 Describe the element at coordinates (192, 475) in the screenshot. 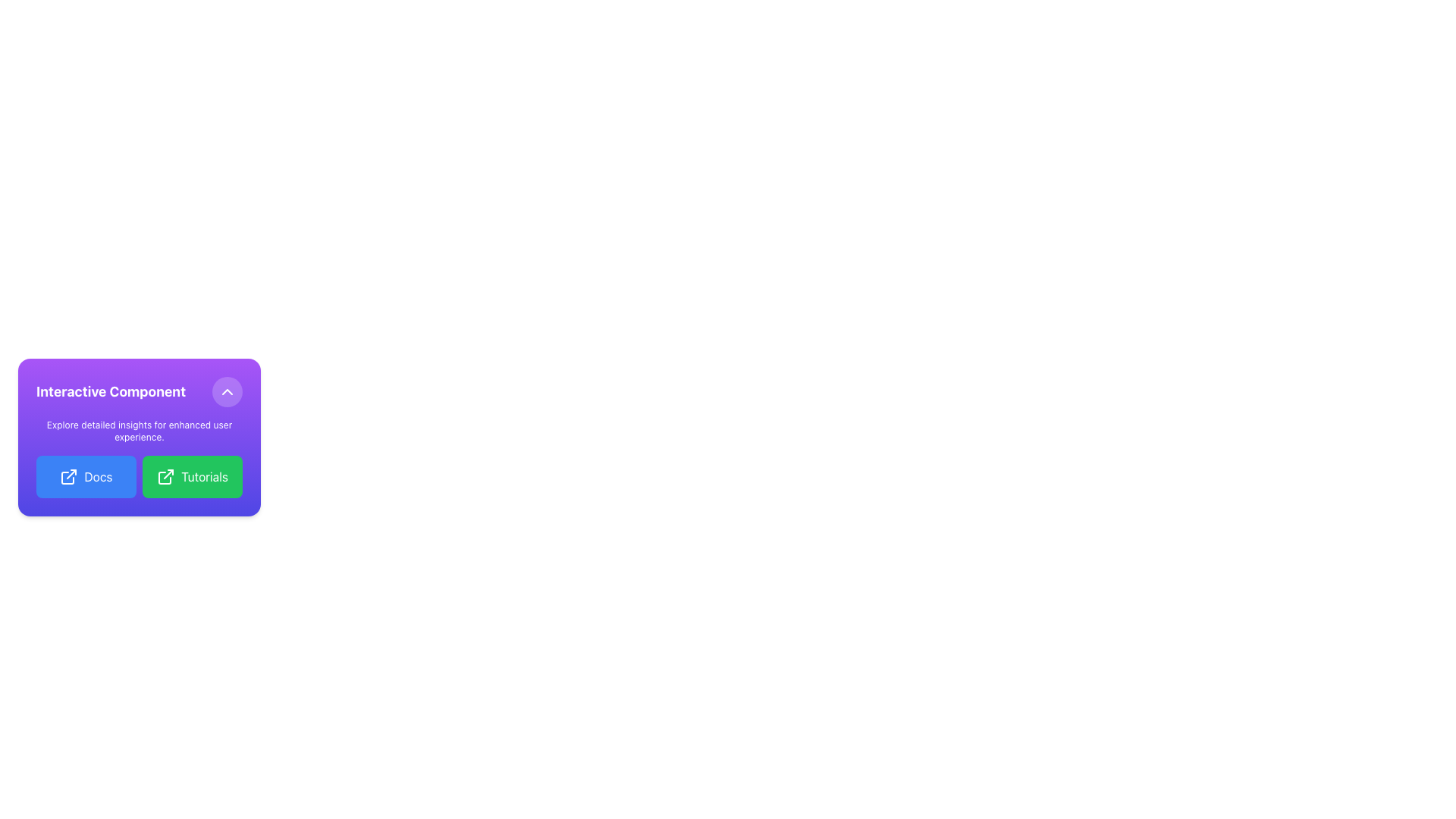

I see `the green rectangular button labeled 'Tutorials' with an external link icon` at that location.